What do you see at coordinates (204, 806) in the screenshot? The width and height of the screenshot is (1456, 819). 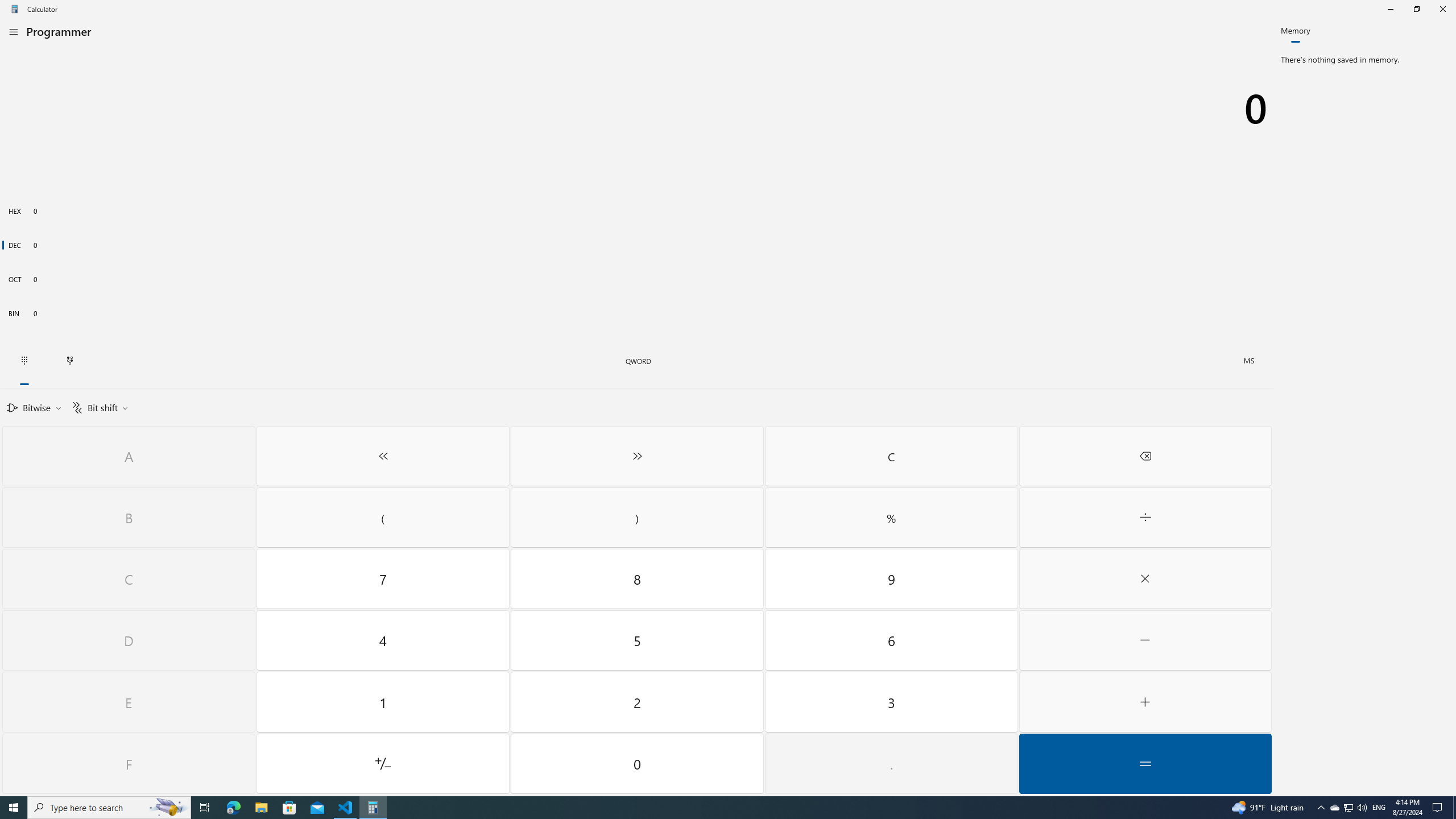 I see `'Task View'` at bounding box center [204, 806].